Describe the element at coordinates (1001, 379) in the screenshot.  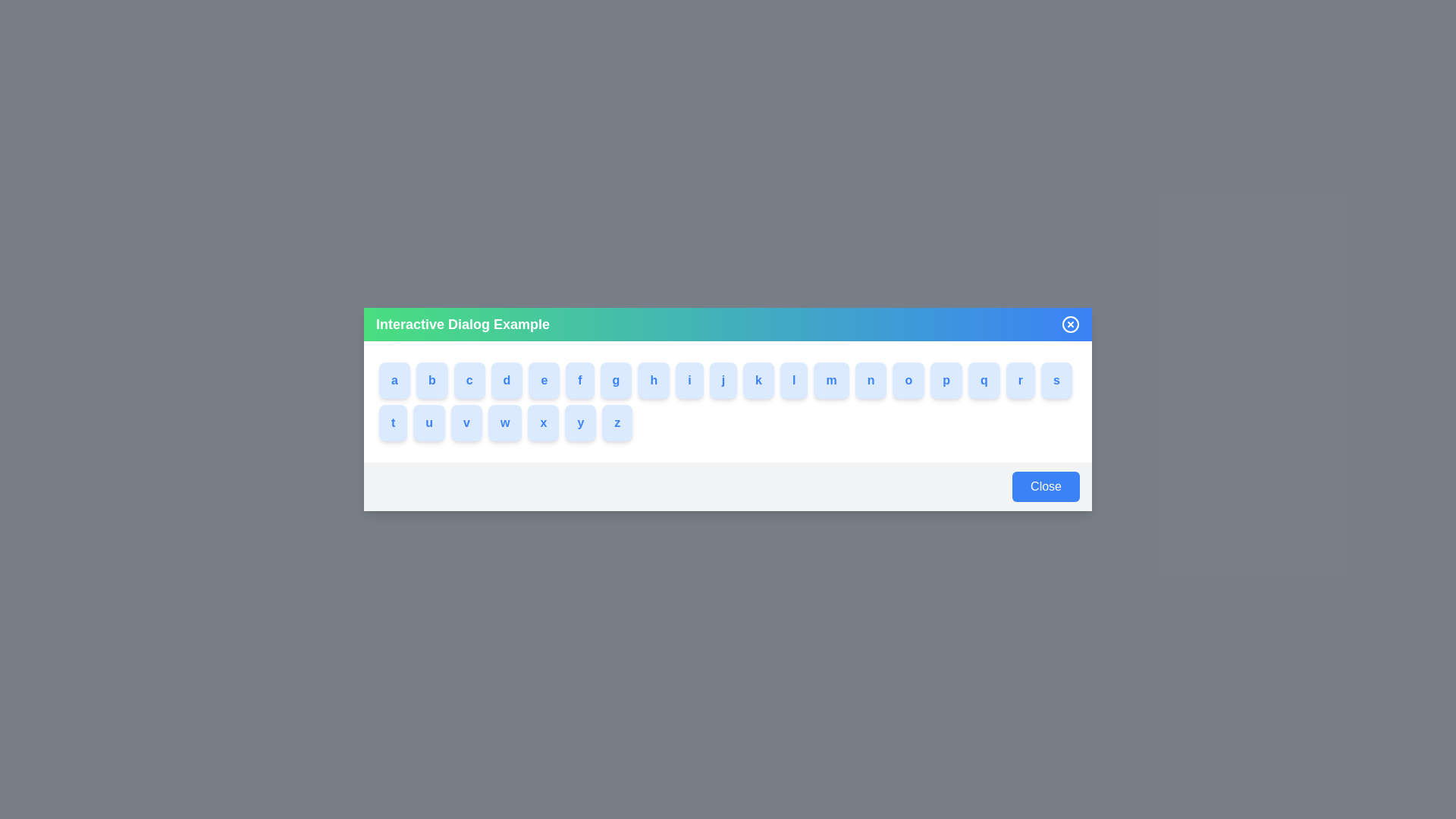
I see `the button labeled with q` at that location.